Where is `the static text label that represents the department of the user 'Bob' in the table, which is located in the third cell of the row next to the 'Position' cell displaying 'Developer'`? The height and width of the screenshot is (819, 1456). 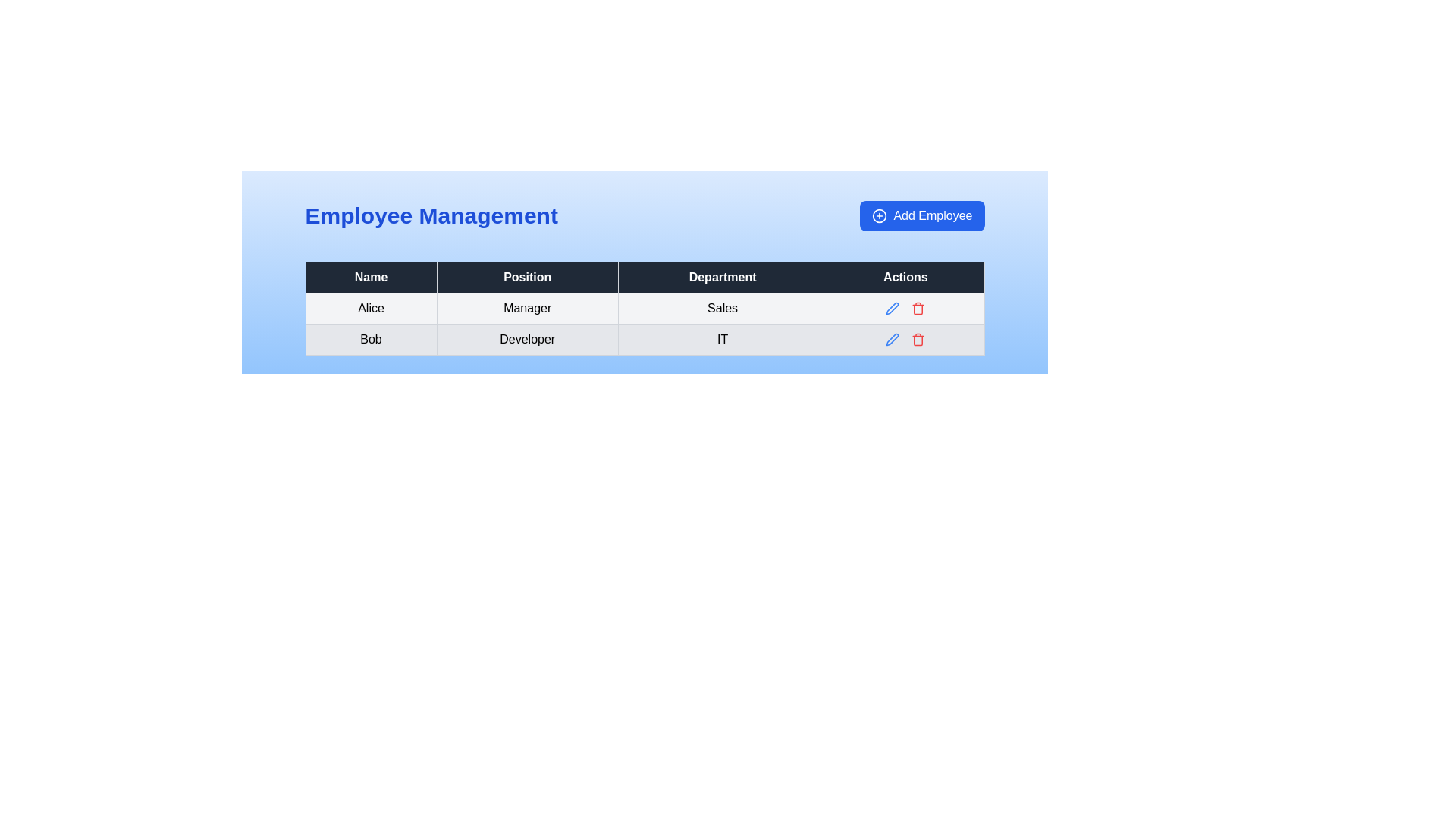
the static text label that represents the department of the user 'Bob' in the table, which is located in the third cell of the row next to the 'Position' cell displaying 'Developer' is located at coordinates (722, 338).